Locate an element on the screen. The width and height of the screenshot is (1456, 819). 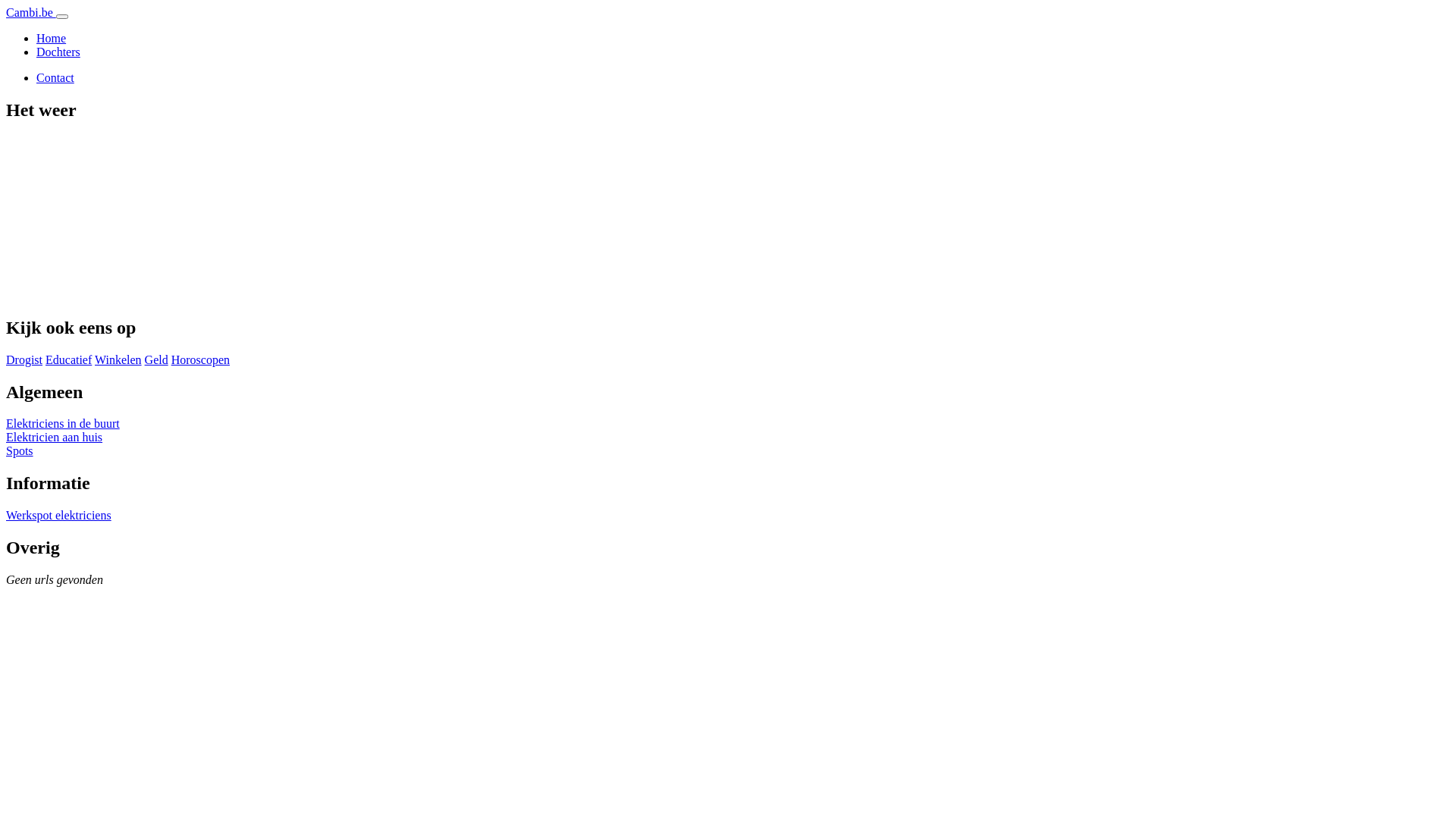
'Spots' is located at coordinates (19, 450).